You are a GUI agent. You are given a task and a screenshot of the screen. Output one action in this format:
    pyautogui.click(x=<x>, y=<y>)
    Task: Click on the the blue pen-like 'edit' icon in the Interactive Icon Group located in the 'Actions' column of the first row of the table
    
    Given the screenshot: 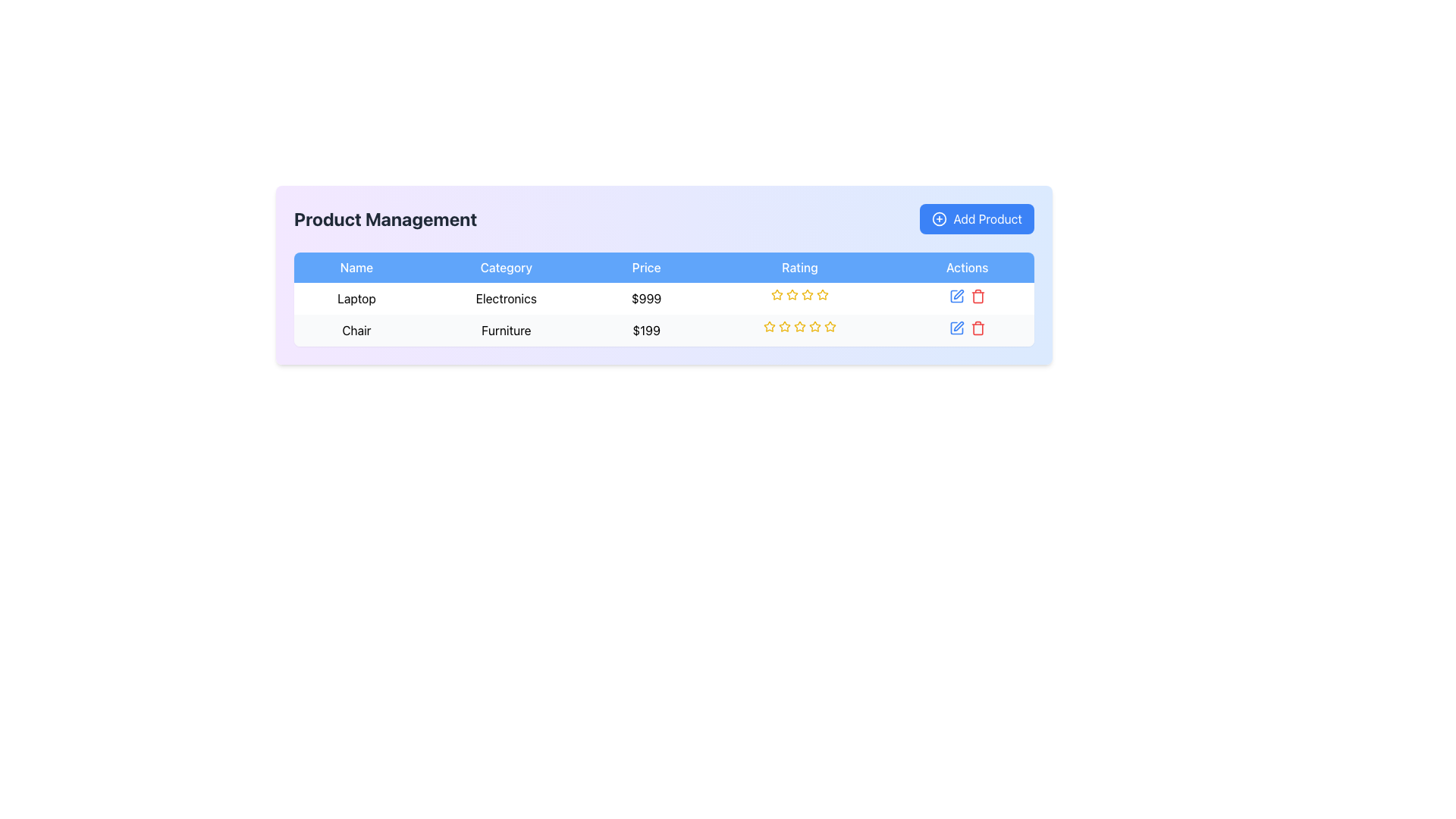 What is the action you would take?
    pyautogui.click(x=966, y=298)
    